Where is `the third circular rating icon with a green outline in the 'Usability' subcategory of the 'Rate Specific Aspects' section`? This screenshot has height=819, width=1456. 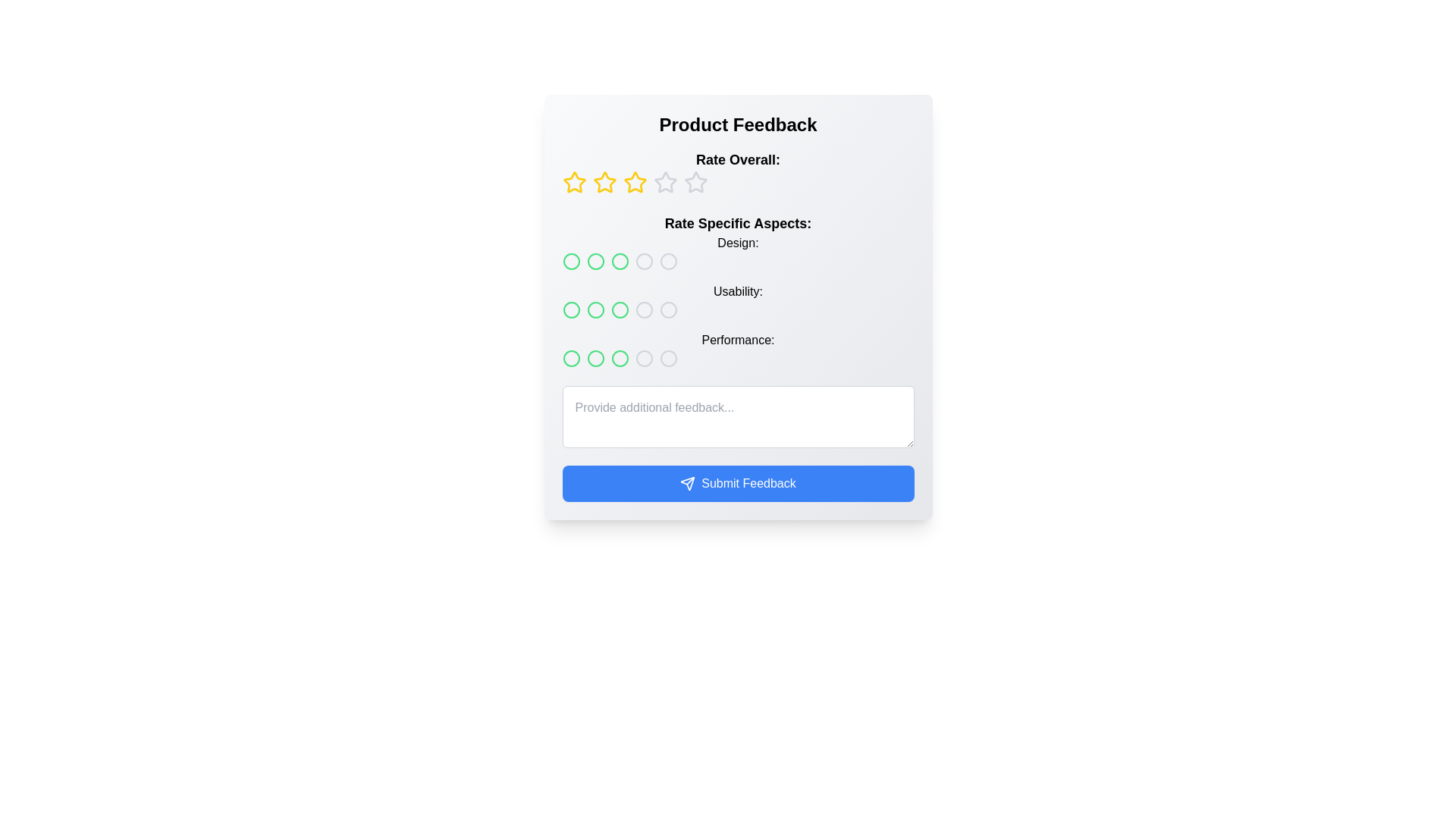 the third circular rating icon with a green outline in the 'Usability' subcategory of the 'Rate Specific Aspects' section is located at coordinates (620, 309).